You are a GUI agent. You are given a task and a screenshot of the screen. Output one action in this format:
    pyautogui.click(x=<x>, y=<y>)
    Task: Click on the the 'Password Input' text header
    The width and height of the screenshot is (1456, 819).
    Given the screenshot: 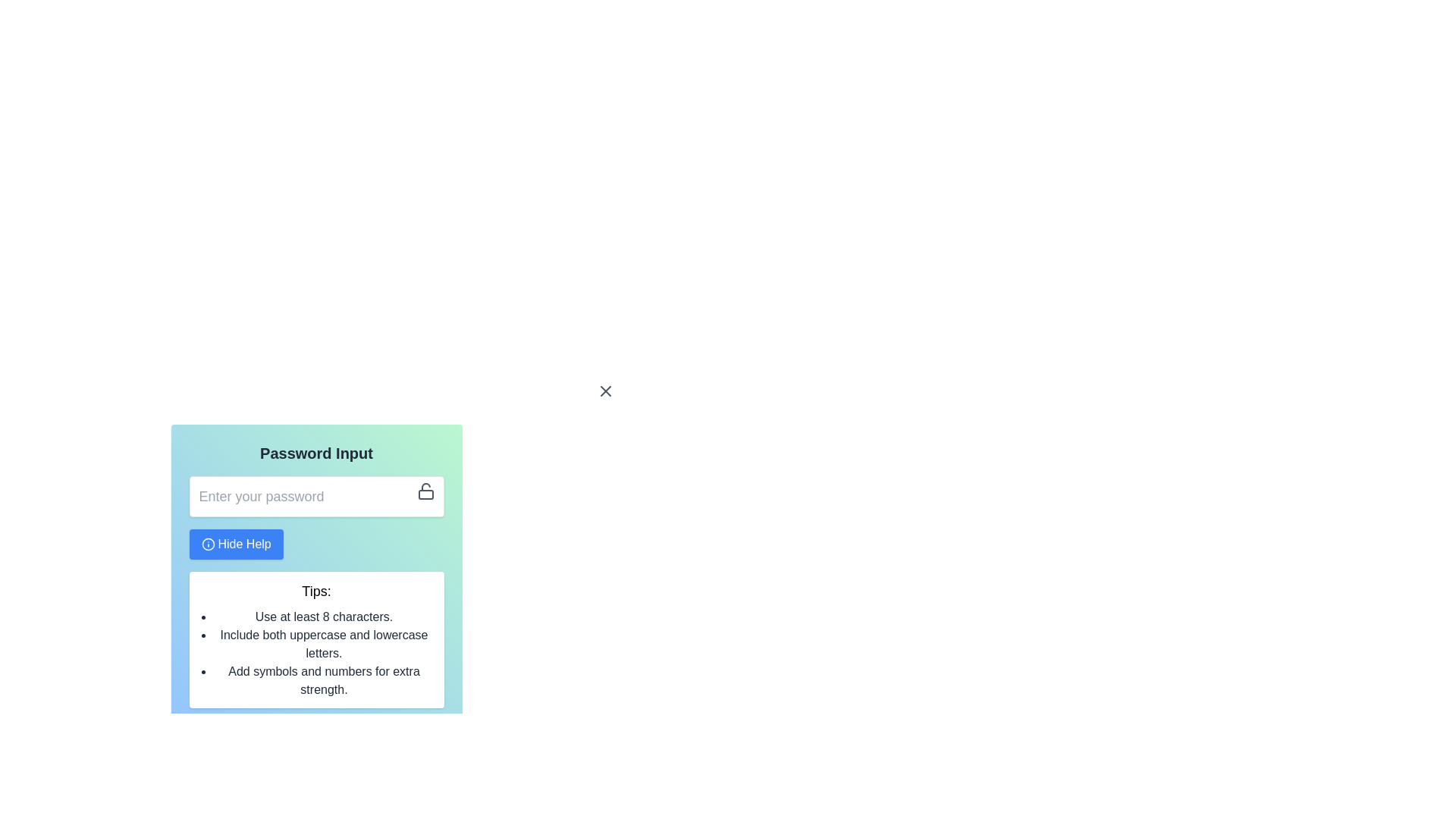 What is the action you would take?
    pyautogui.click(x=315, y=452)
    